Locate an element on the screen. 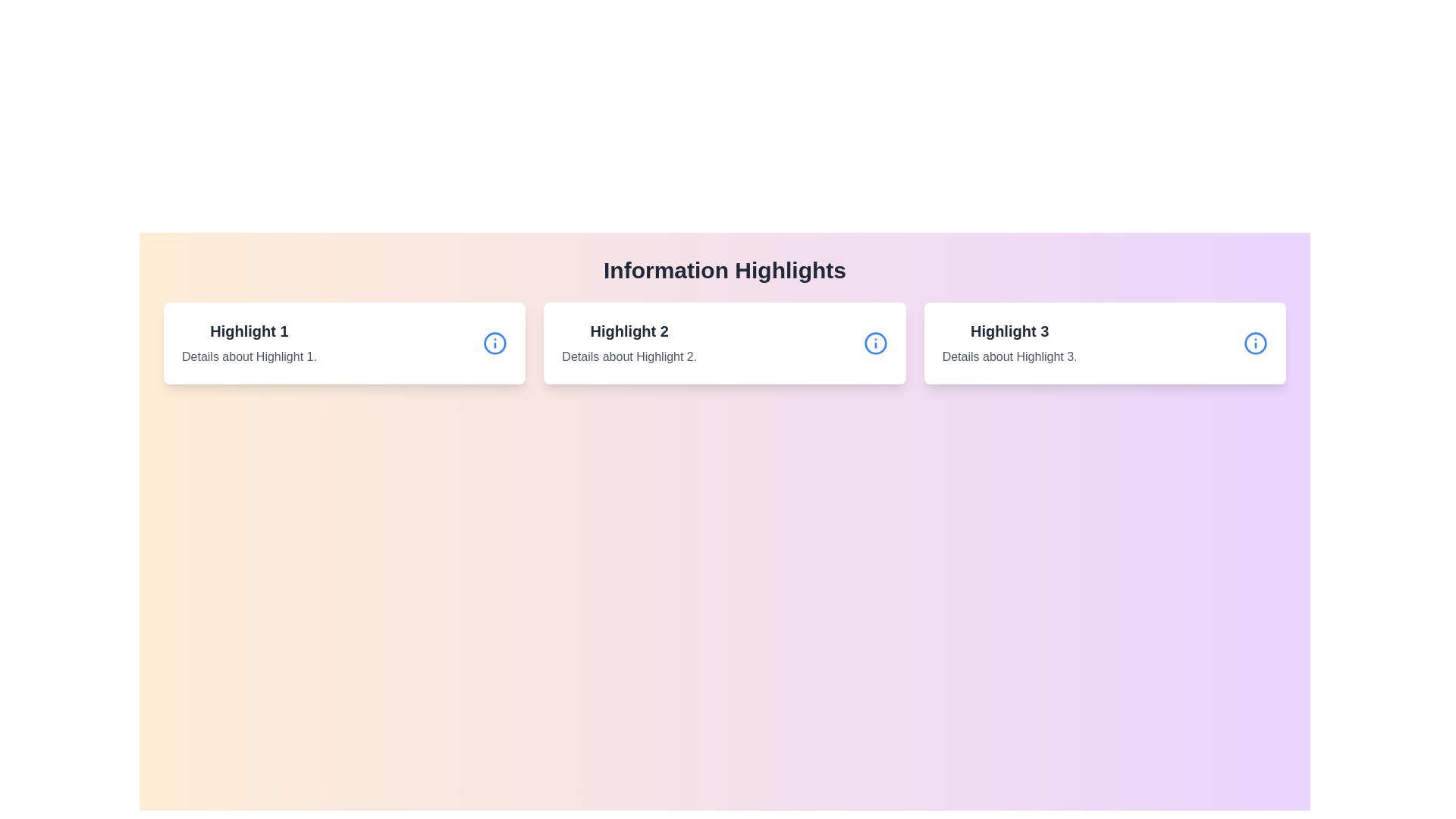 The image size is (1456, 819). details displayed in the text component showing 'Details about Highlight 2.' which is located beneath the heading 'Highlight 2' in the central card of the summary cards is located at coordinates (629, 356).